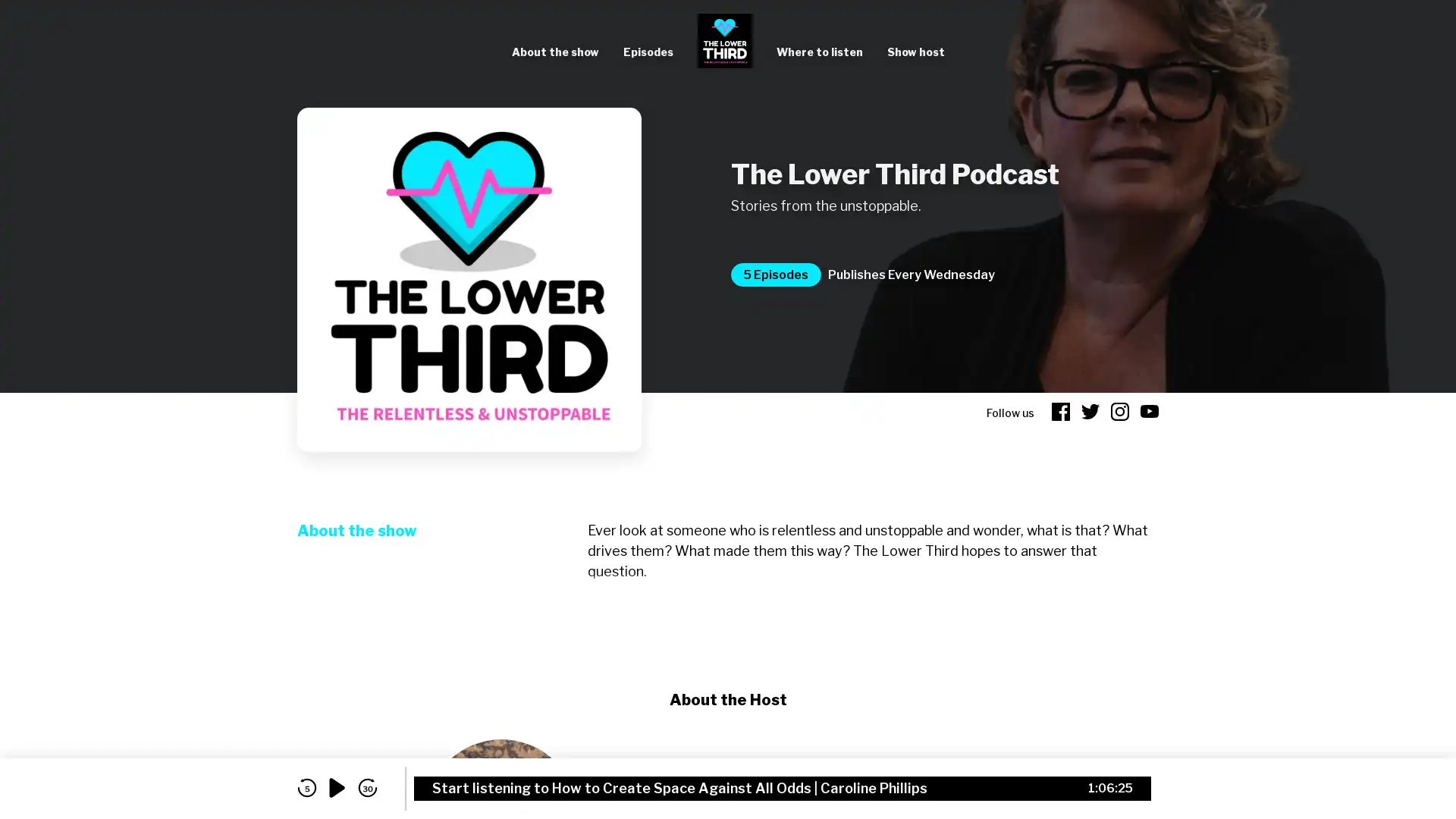 Image resolution: width=1456 pixels, height=819 pixels. What do you see at coordinates (306, 787) in the screenshot?
I see `skip back 5 seconds` at bounding box center [306, 787].